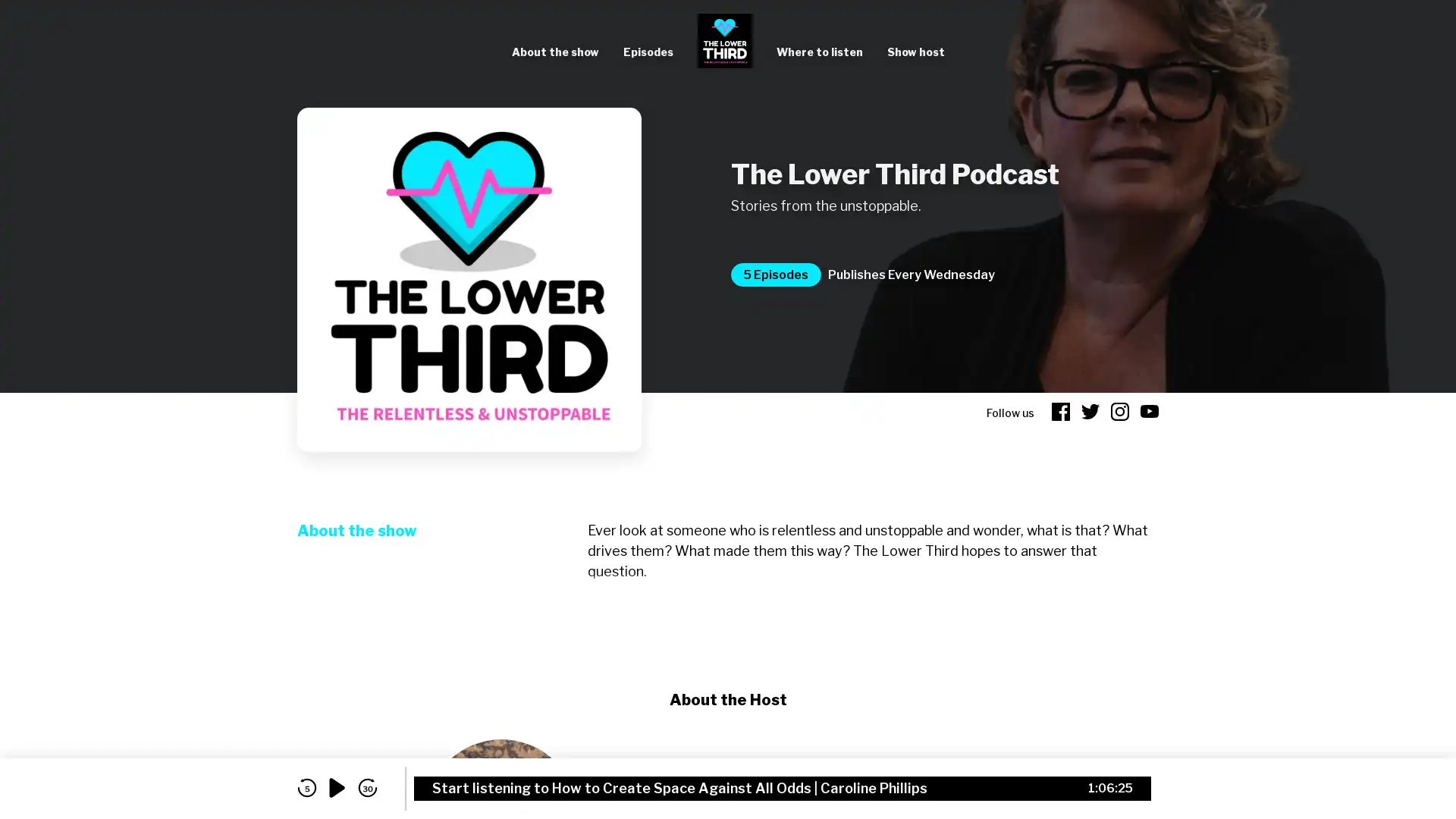 Image resolution: width=1456 pixels, height=819 pixels. What do you see at coordinates (306, 787) in the screenshot?
I see `skip back 5 seconds` at bounding box center [306, 787].